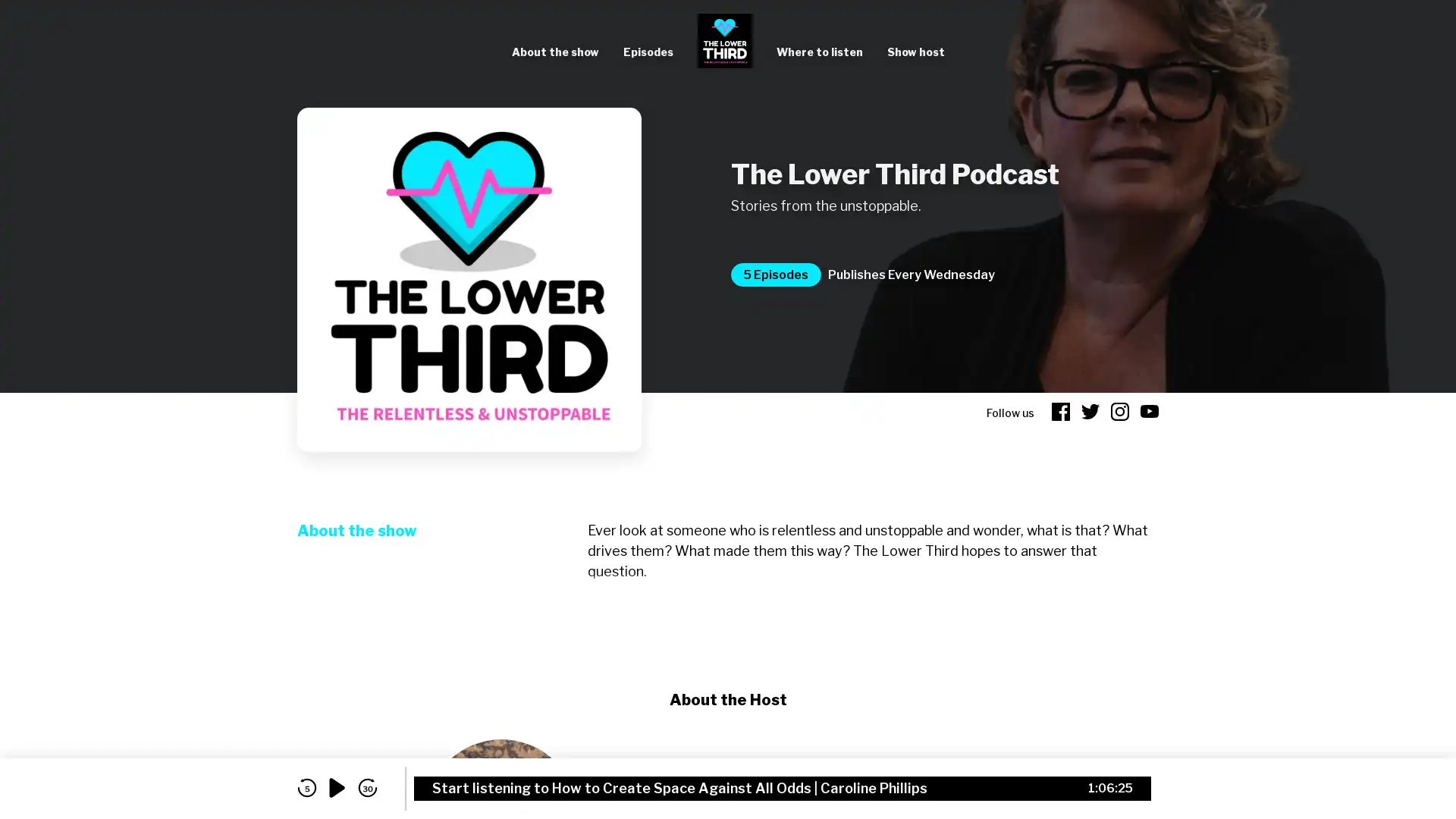 Image resolution: width=1456 pixels, height=819 pixels. What do you see at coordinates (306, 787) in the screenshot?
I see `skip back 5 seconds` at bounding box center [306, 787].